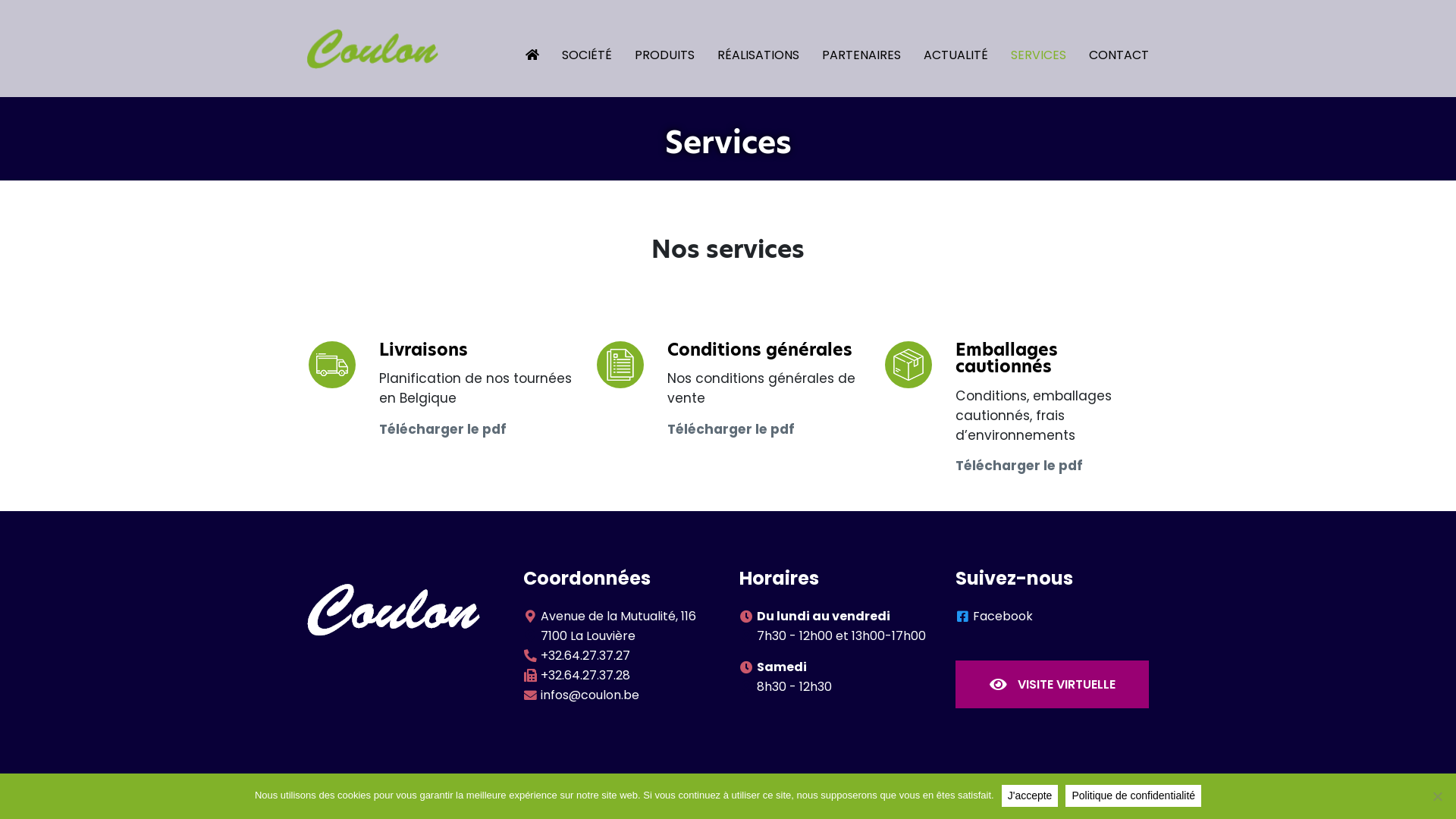 The width and height of the screenshot is (1456, 819). I want to click on 'PARTENAIRES', so click(850, 47).